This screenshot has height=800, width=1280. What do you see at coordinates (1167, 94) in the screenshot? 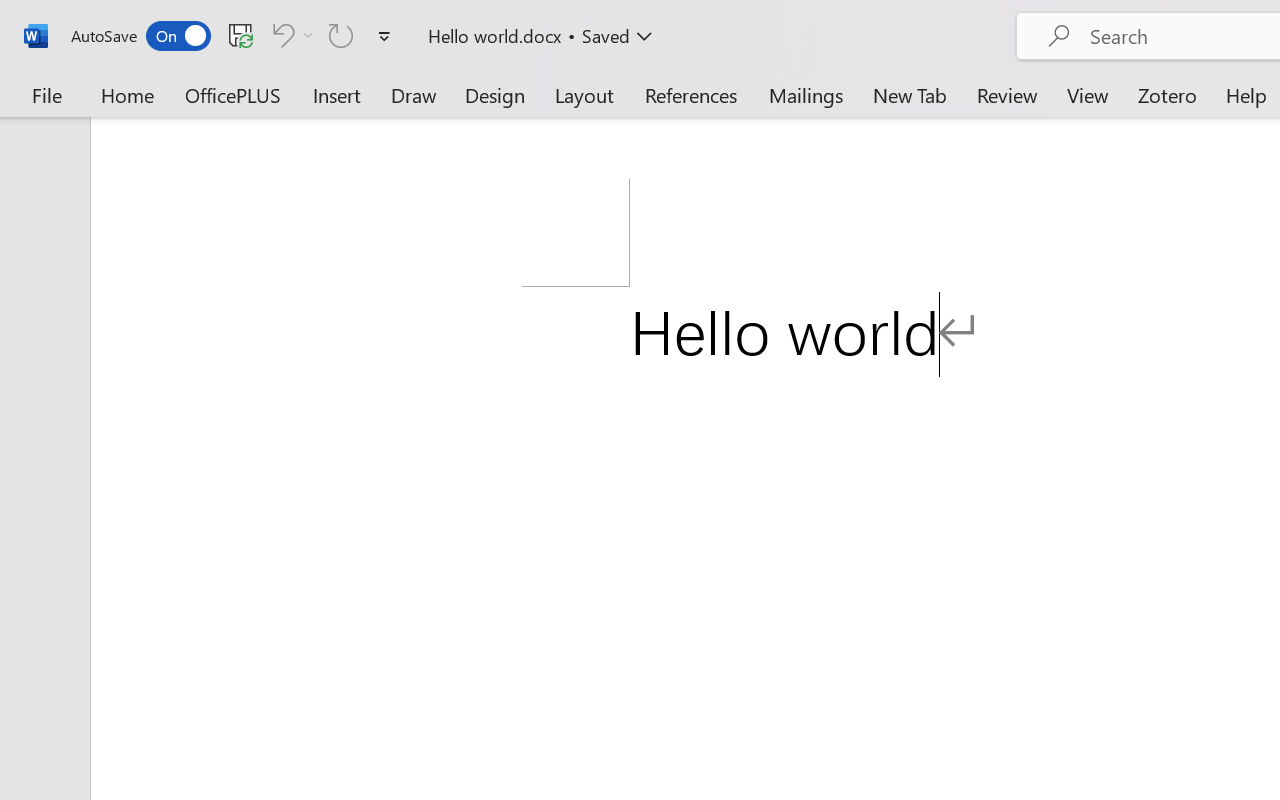
I see `'Zotero'` at bounding box center [1167, 94].